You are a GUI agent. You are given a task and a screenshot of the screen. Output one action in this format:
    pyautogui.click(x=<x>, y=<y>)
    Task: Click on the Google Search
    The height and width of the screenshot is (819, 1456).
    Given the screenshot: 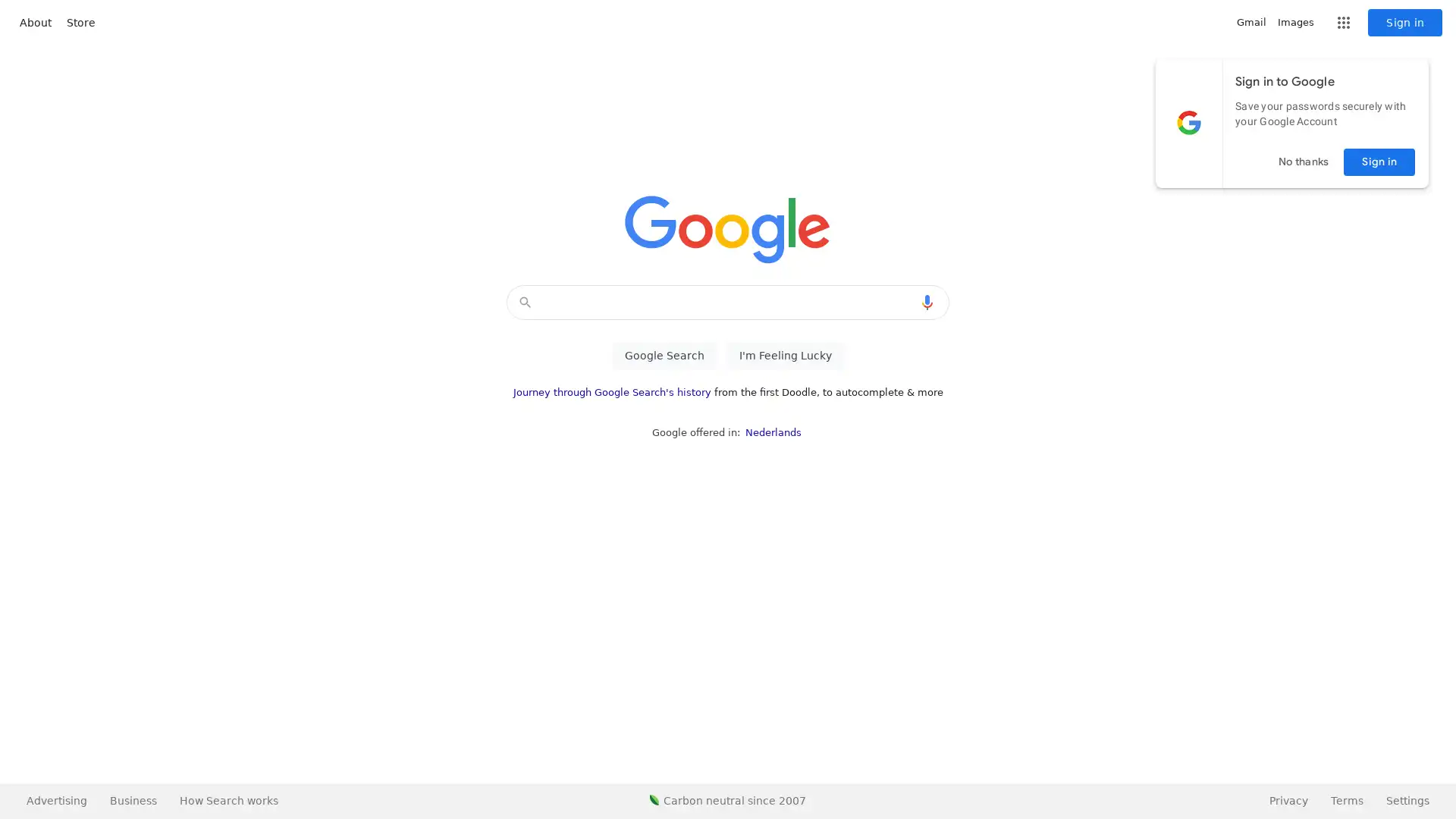 What is the action you would take?
    pyautogui.click(x=664, y=356)
    